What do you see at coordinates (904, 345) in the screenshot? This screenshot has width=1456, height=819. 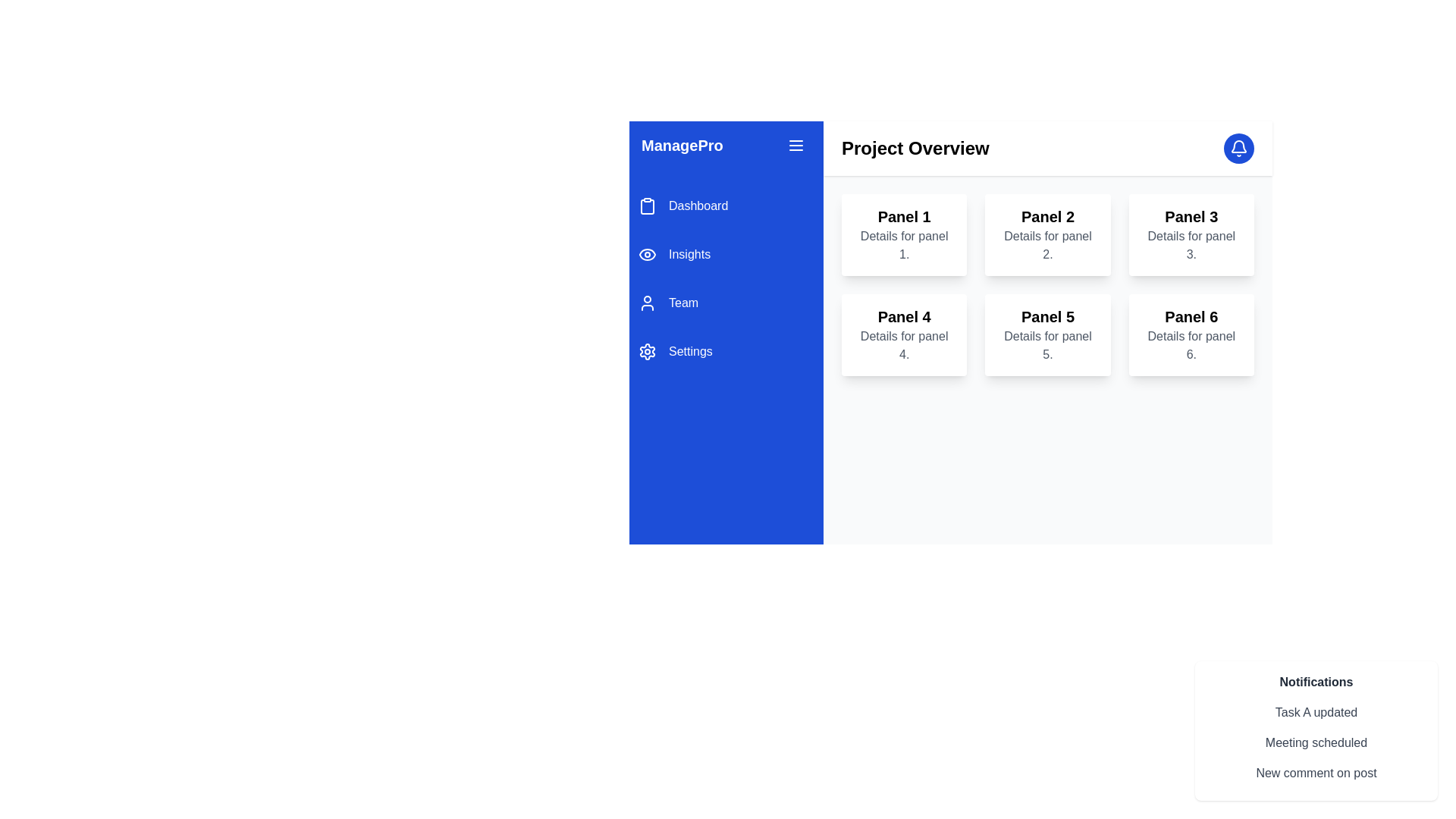 I see `the gray text label that says 'Details for panel 4.' located under the bold heading 'Panel 4' in the second row, first column of the grid layout` at bounding box center [904, 345].